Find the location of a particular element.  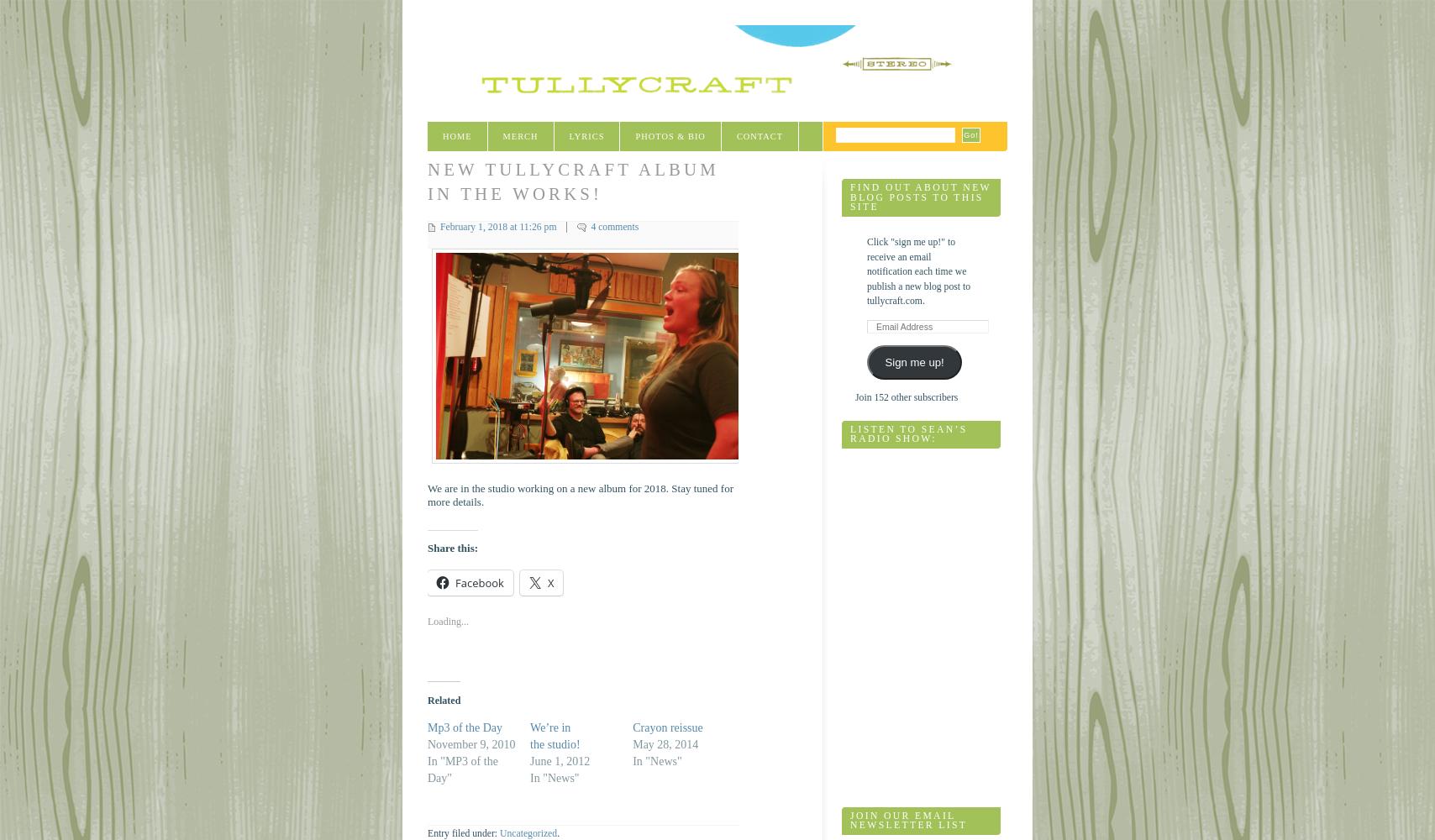

'Find out about new blog posts to this site' is located at coordinates (920, 197).